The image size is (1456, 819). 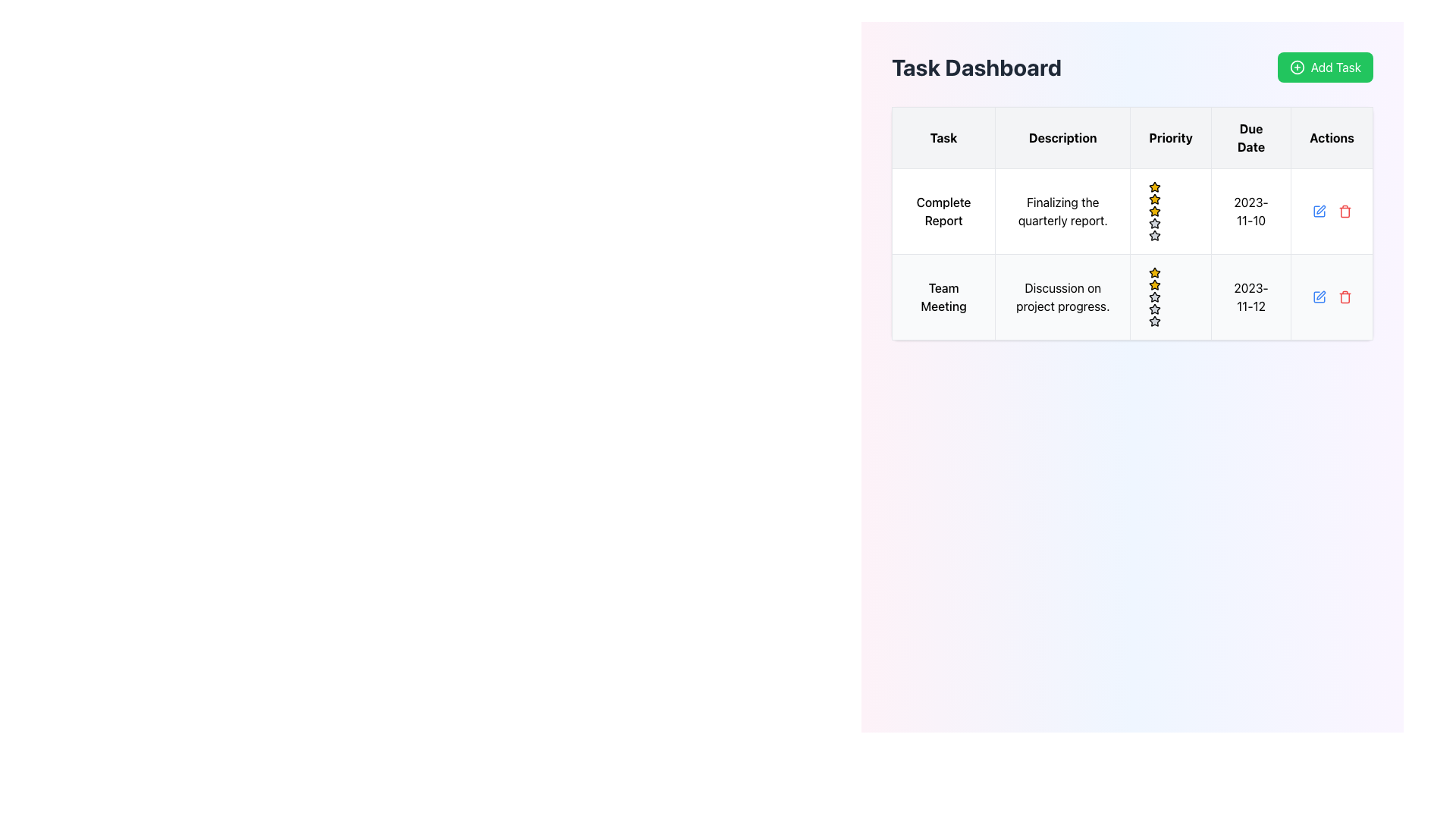 What do you see at coordinates (943, 137) in the screenshot?
I see `the 'Task' Table Cell Header element to interact with the column header` at bounding box center [943, 137].